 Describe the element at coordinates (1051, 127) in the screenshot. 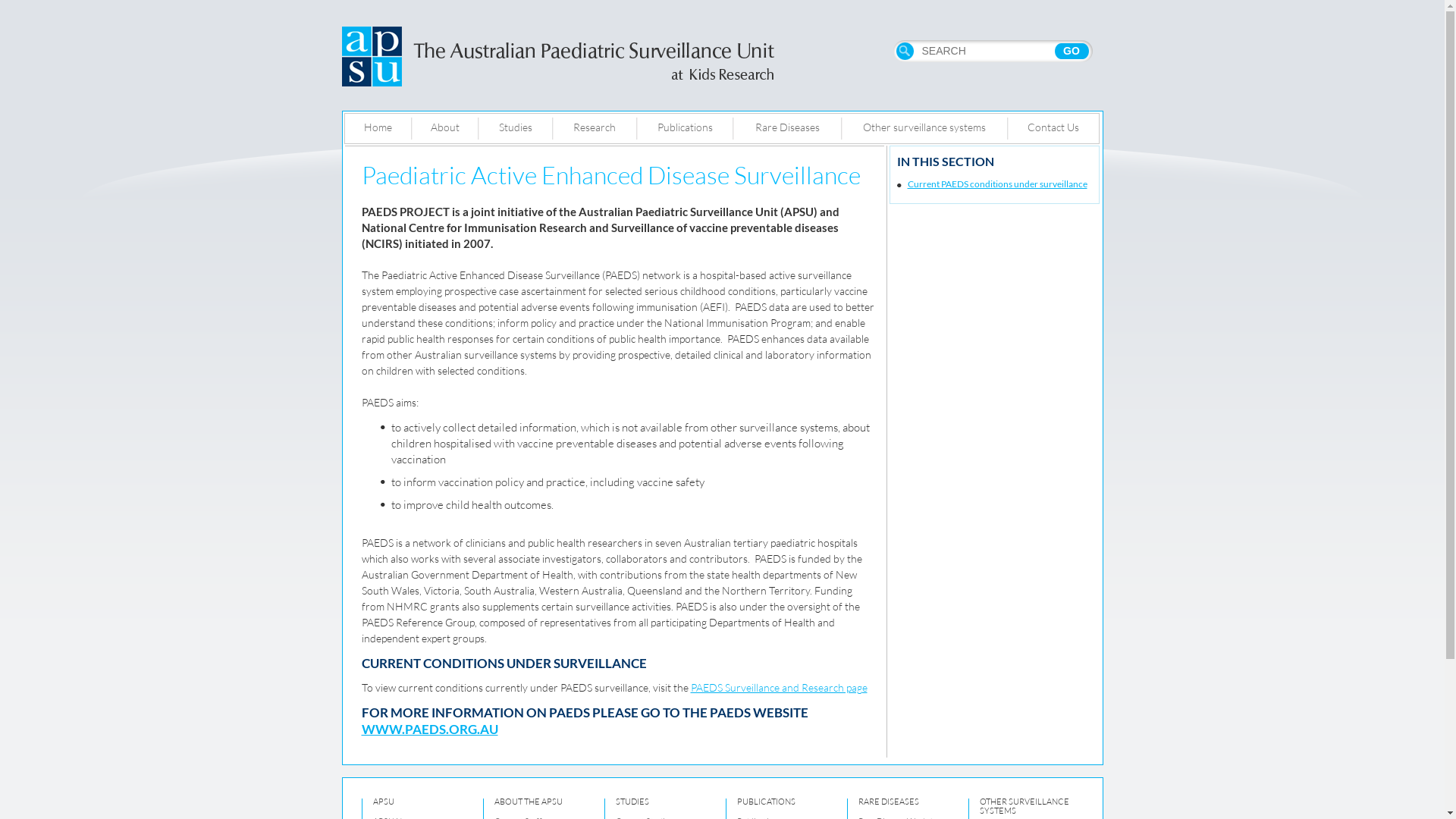

I see `'Contact Us'` at that location.